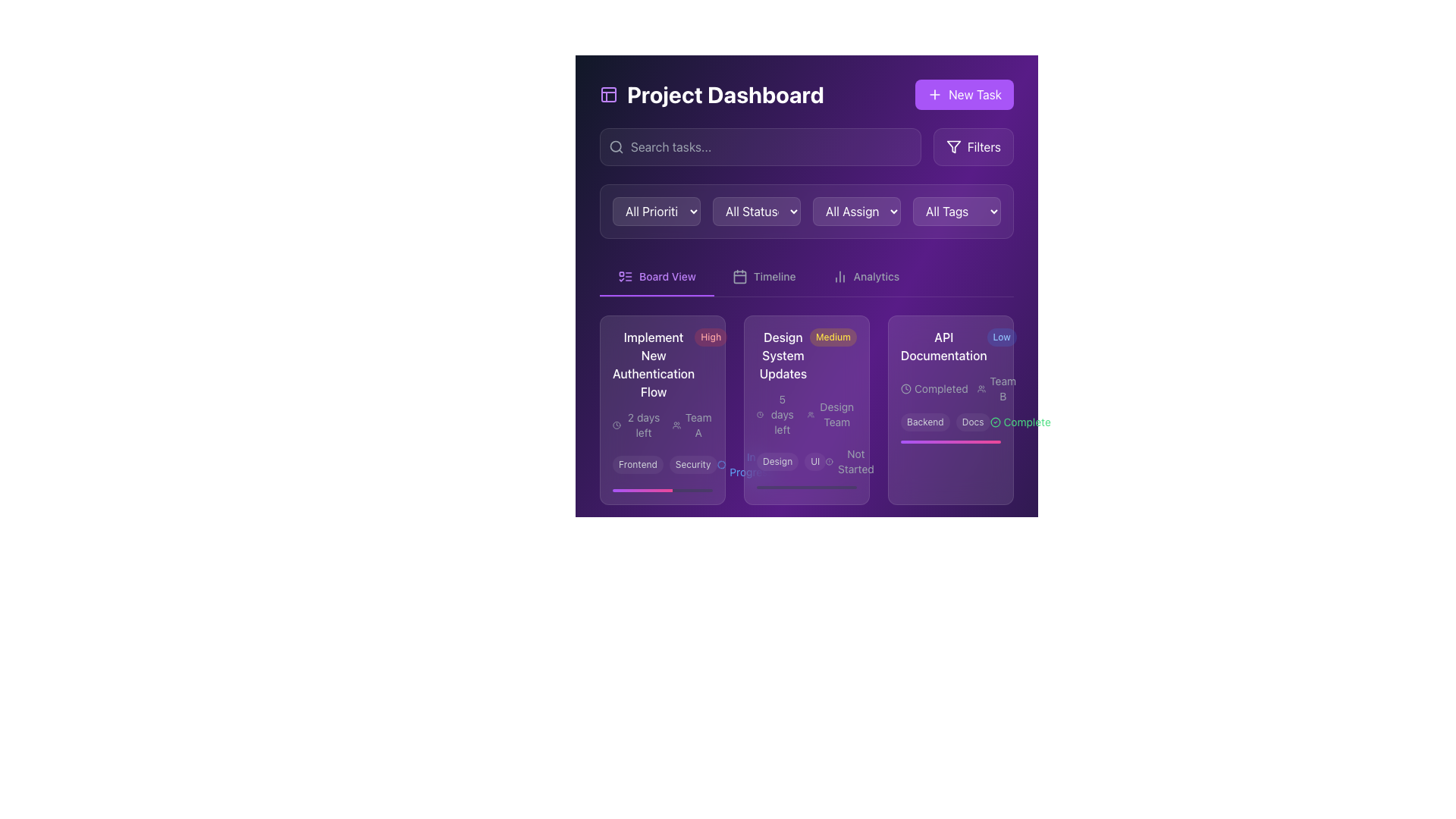 Image resolution: width=1456 pixels, height=819 pixels. Describe the element at coordinates (638, 425) in the screenshot. I see `the Label with a clock icon and the text '2 days left', located in the bottom-left section of the 'Implement New Authentication Flow' task card, preceding the 'Team A' label` at that location.